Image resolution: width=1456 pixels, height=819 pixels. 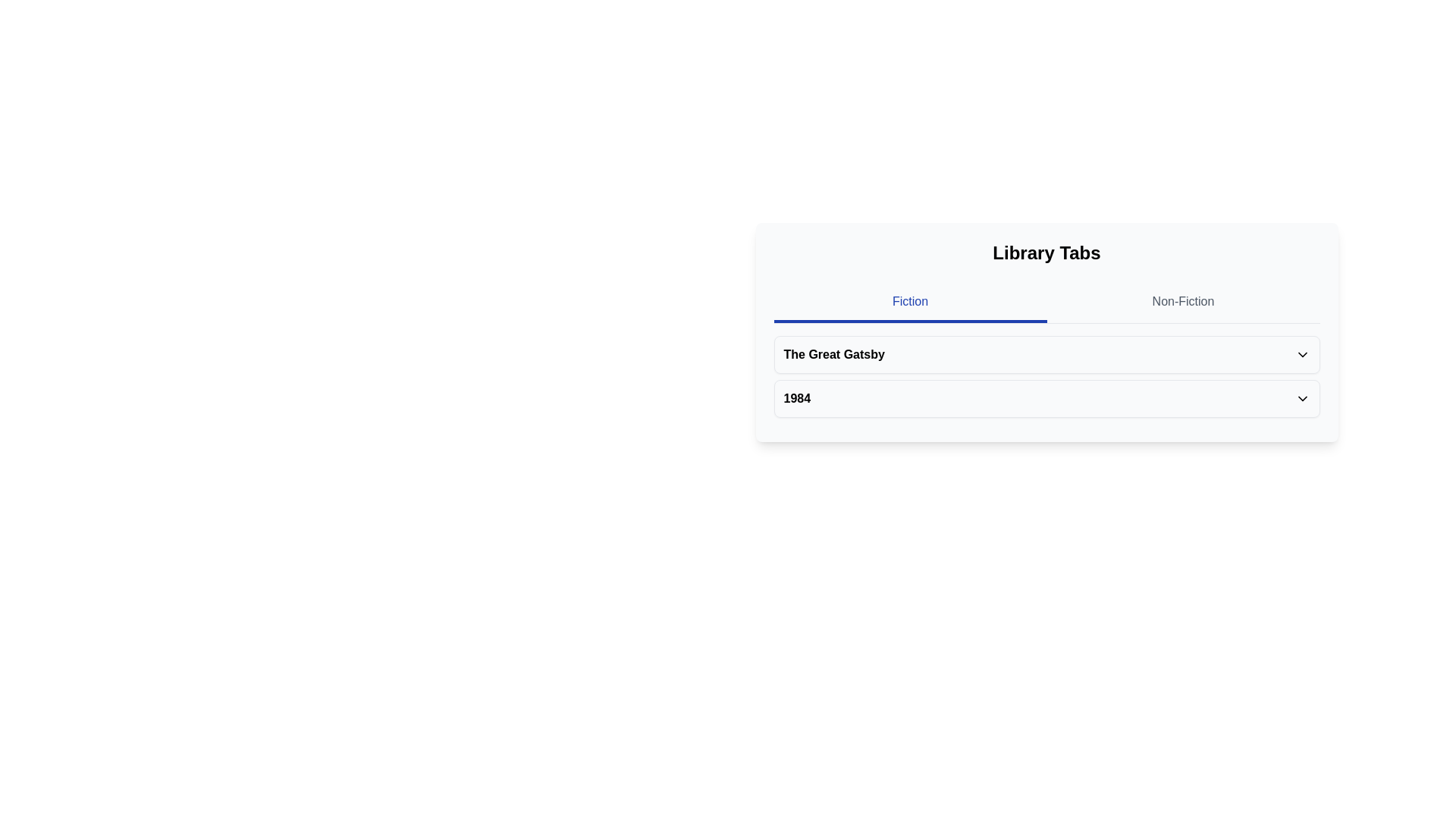 What do you see at coordinates (1046, 397) in the screenshot?
I see `the dropdown menu item for the book '1984'` at bounding box center [1046, 397].